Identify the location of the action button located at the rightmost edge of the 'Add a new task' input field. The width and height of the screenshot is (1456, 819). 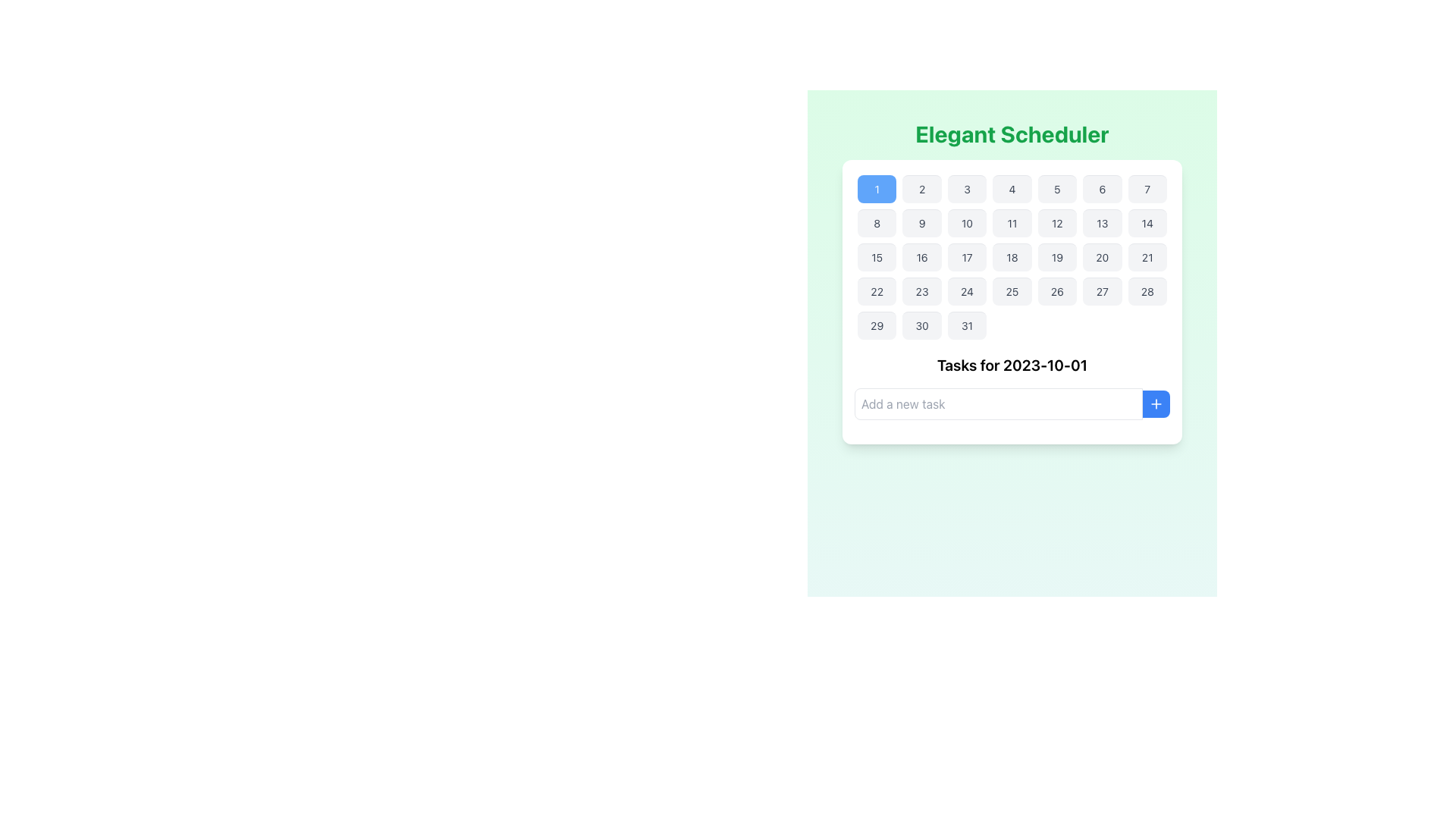
(1156, 403).